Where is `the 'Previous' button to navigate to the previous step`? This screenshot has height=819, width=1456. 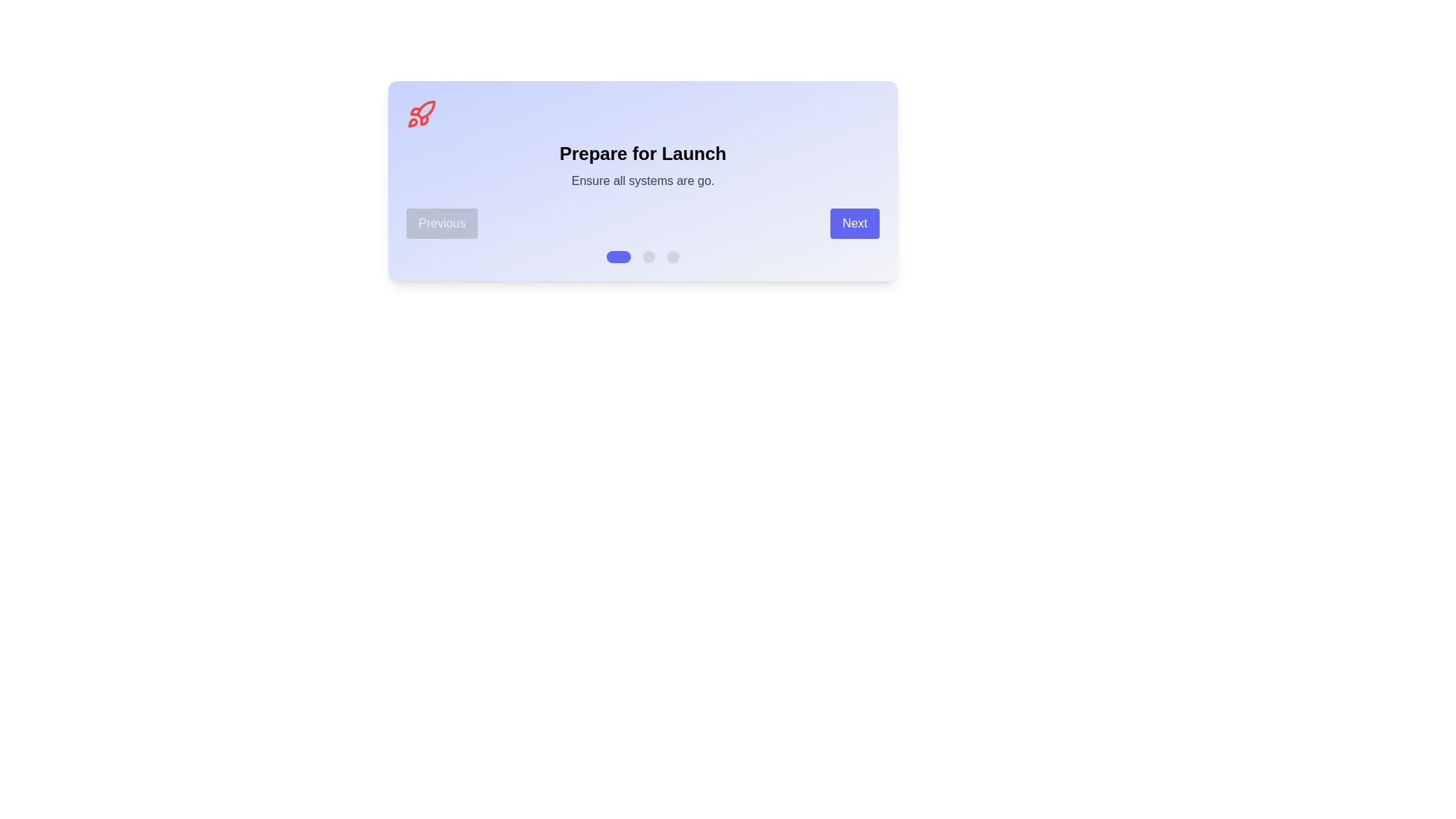
the 'Previous' button to navigate to the previous step is located at coordinates (441, 223).